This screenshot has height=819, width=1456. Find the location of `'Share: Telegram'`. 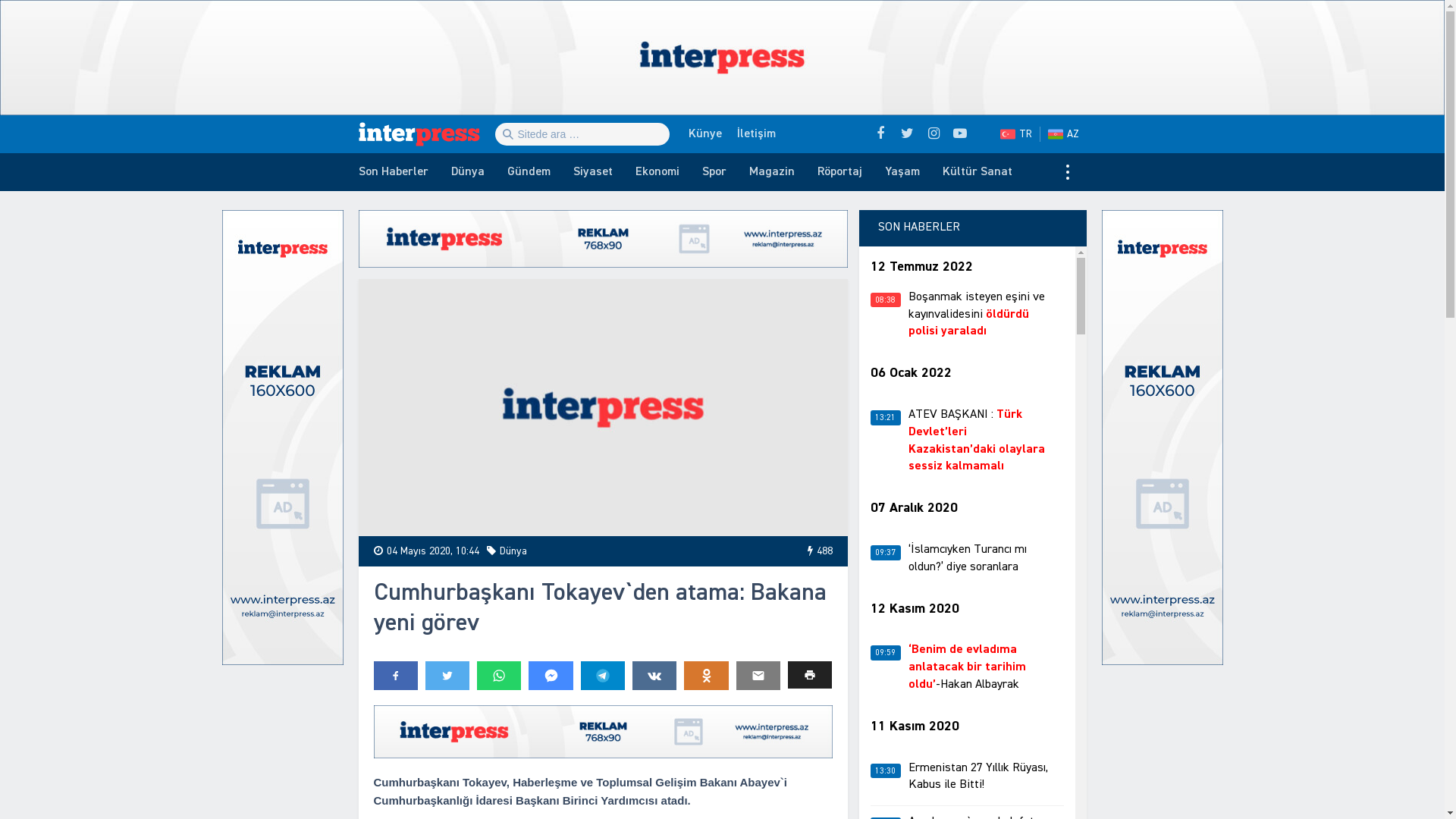

'Share: Telegram' is located at coordinates (580, 675).